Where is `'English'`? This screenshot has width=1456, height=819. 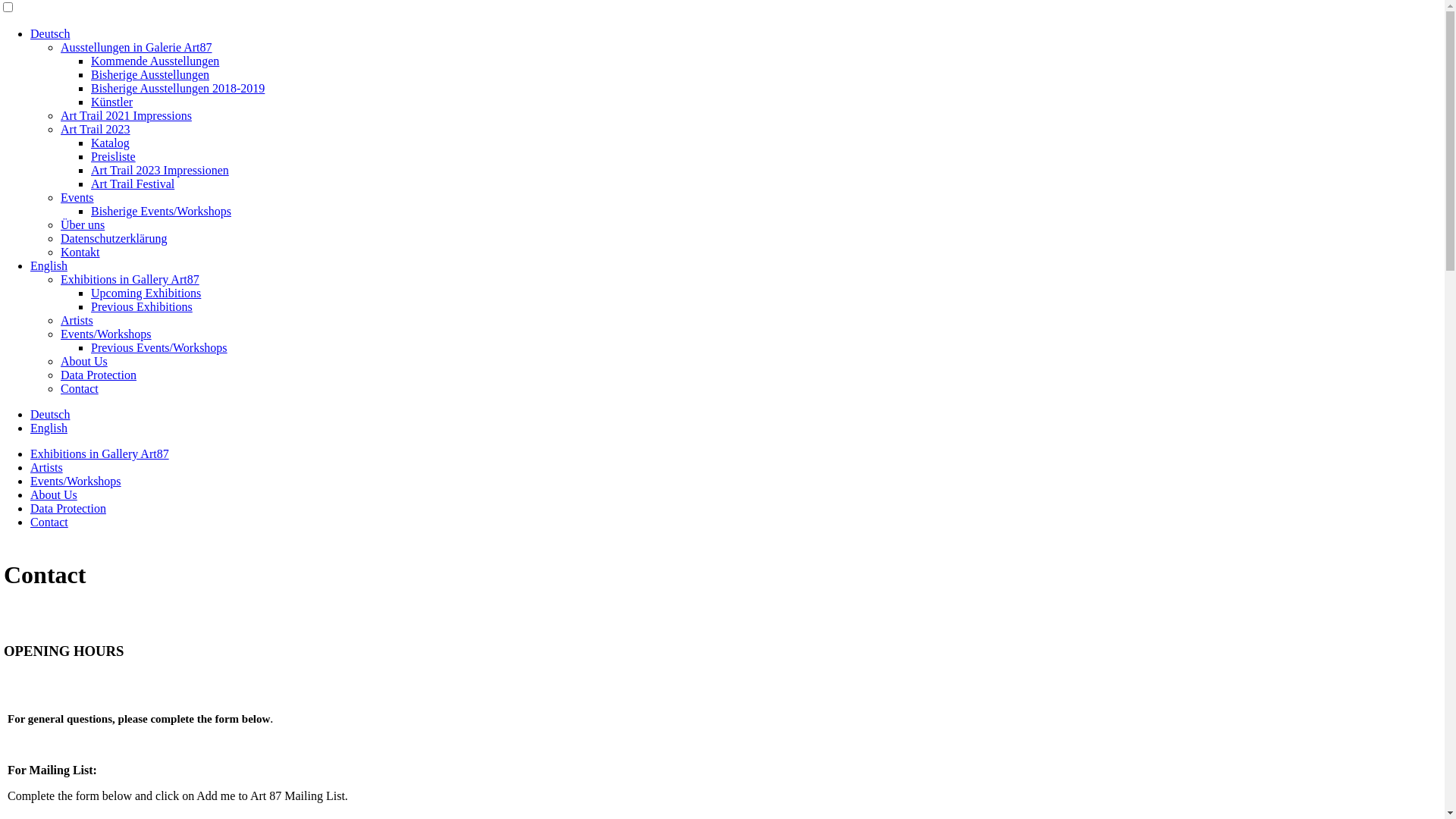 'English' is located at coordinates (49, 428).